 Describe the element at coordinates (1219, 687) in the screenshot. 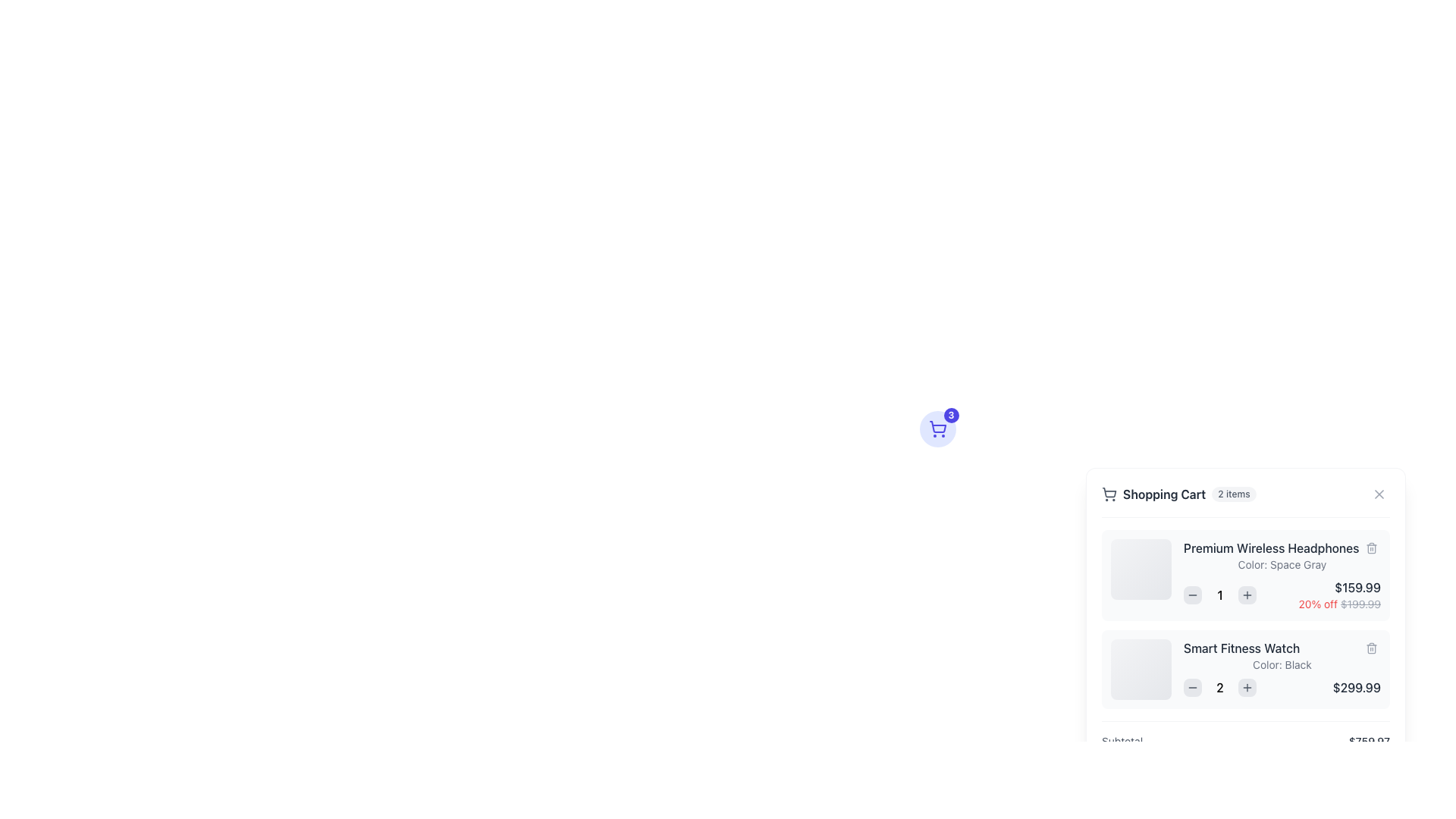

I see `the Text Display element that shows the number '2' in bold, which is located between the decrement button with a minus sign and the increment button with a plus sign for the 'Smart Fitness Watch'` at that location.